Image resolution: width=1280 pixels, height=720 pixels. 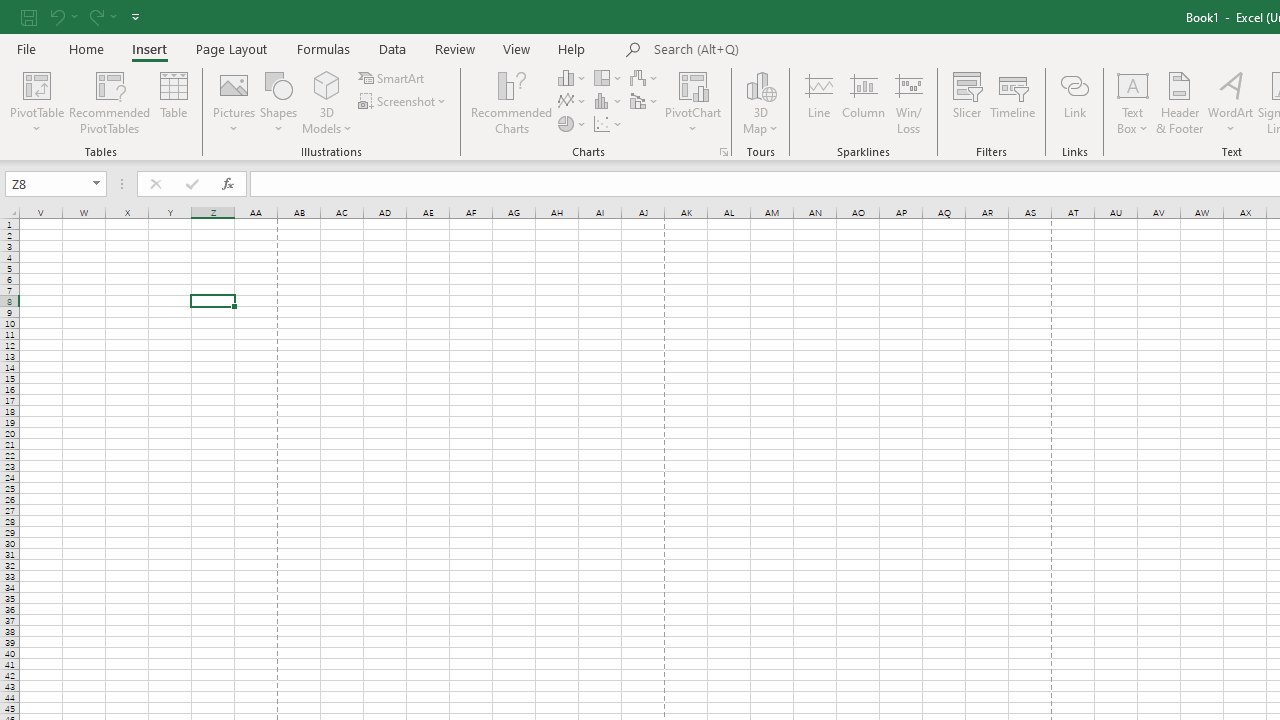 I want to click on 'Win/Loss', so click(x=908, y=103).